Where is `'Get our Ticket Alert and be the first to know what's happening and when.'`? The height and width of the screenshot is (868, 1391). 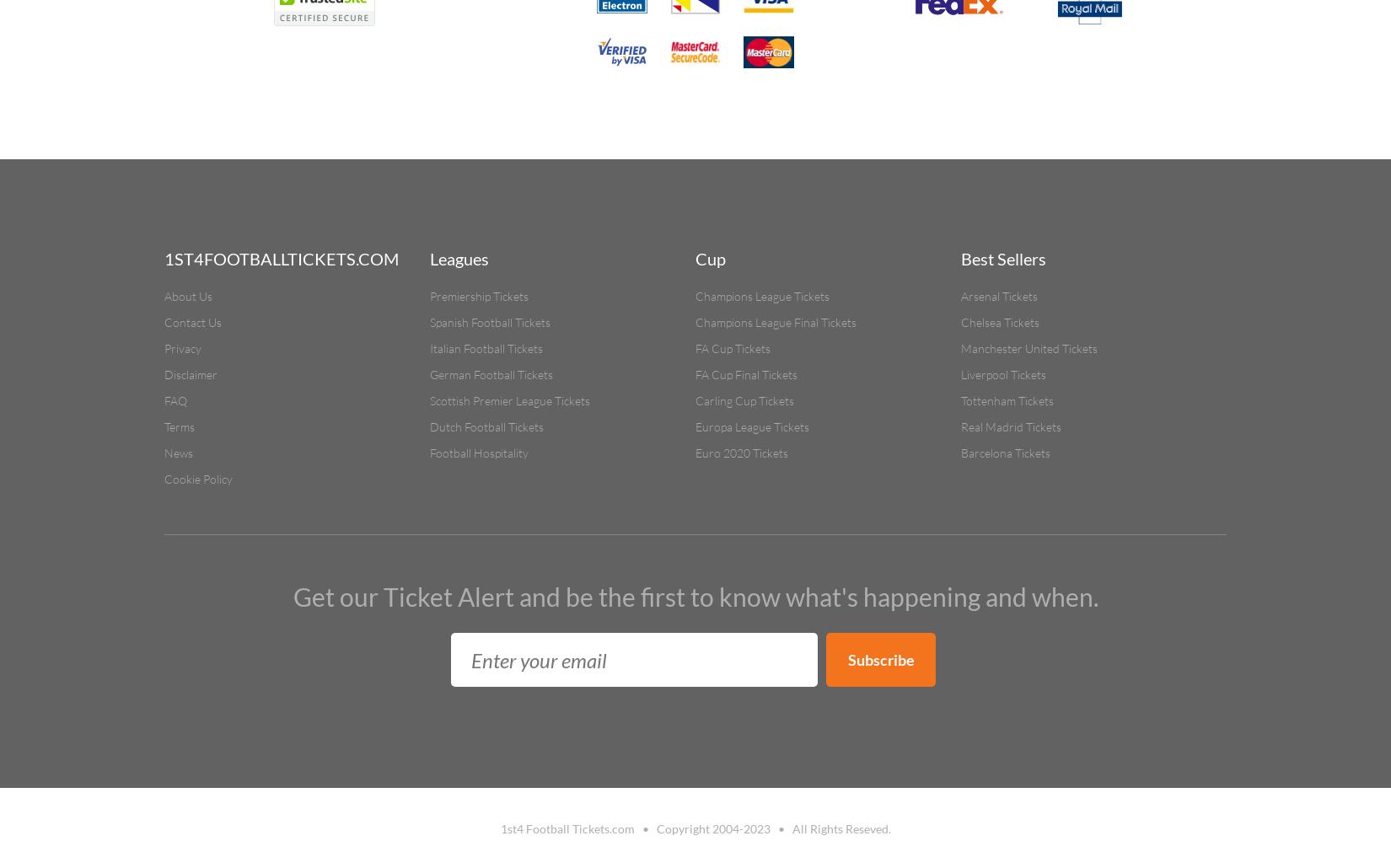 'Get our Ticket Alert and be the first to know what's happening and when.' is located at coordinates (292, 597).